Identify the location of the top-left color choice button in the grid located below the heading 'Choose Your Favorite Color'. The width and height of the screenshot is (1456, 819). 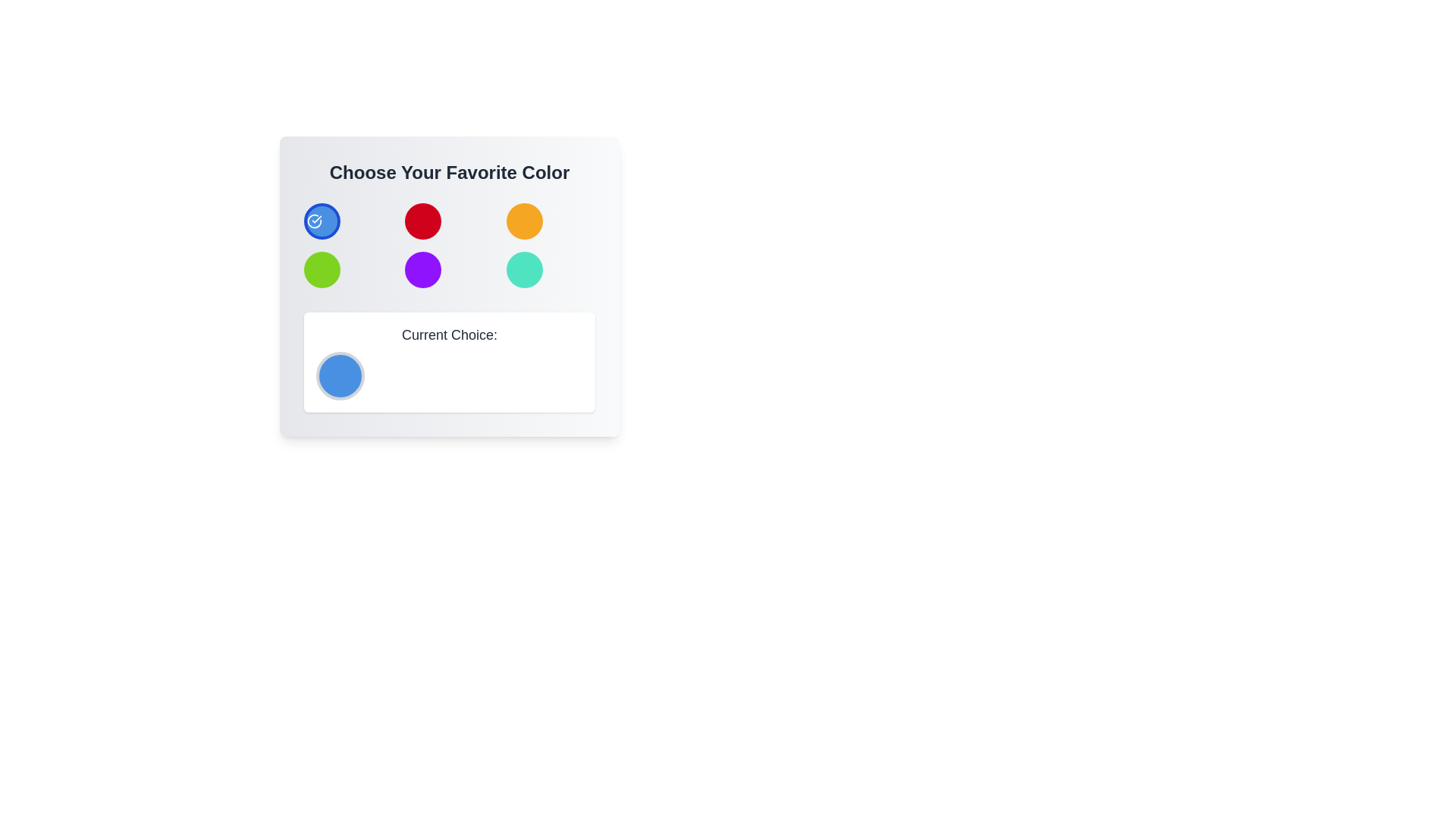
(322, 221).